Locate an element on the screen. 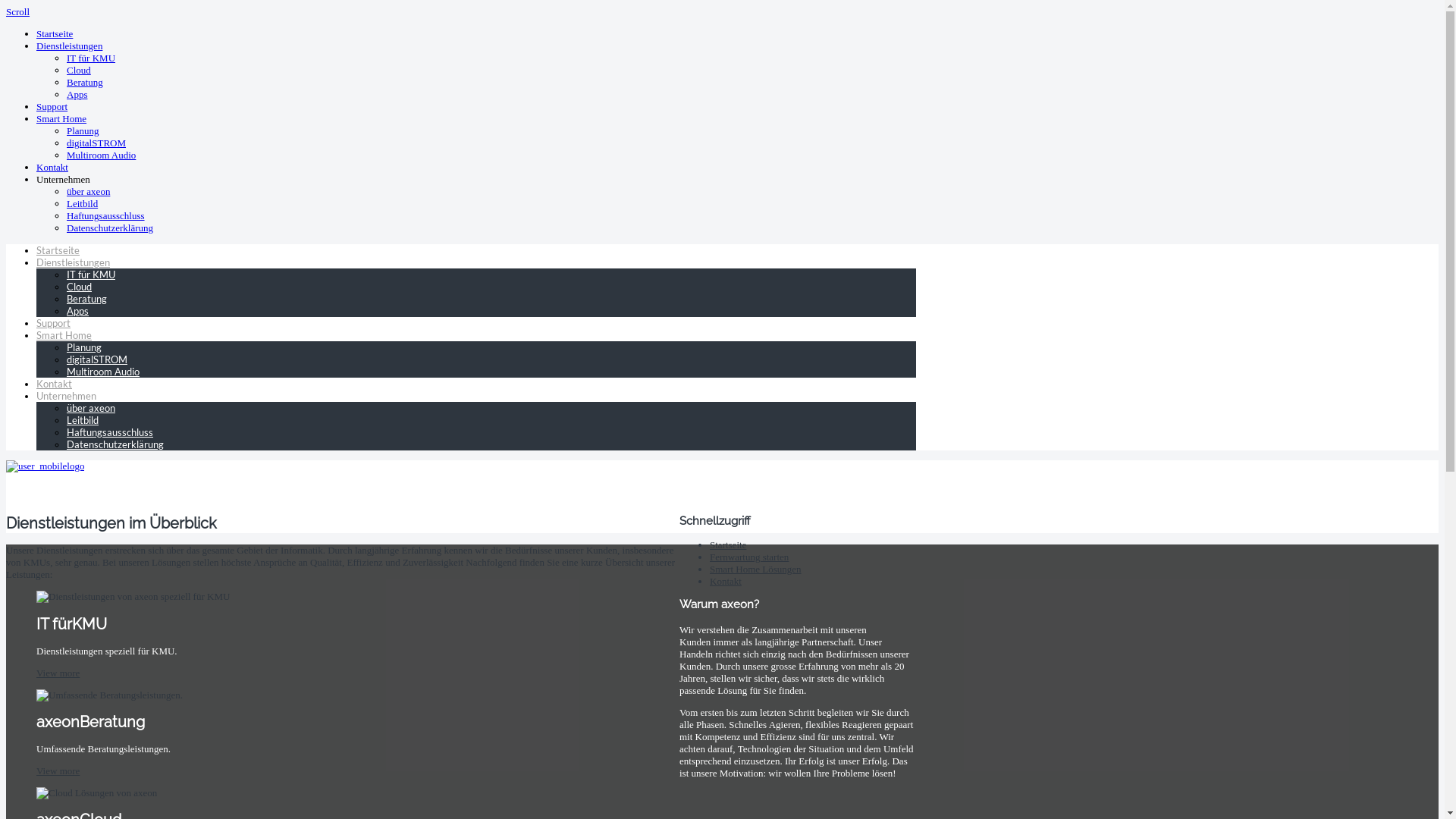 The width and height of the screenshot is (1456, 819). 'digitalSTROM' is located at coordinates (95, 143).